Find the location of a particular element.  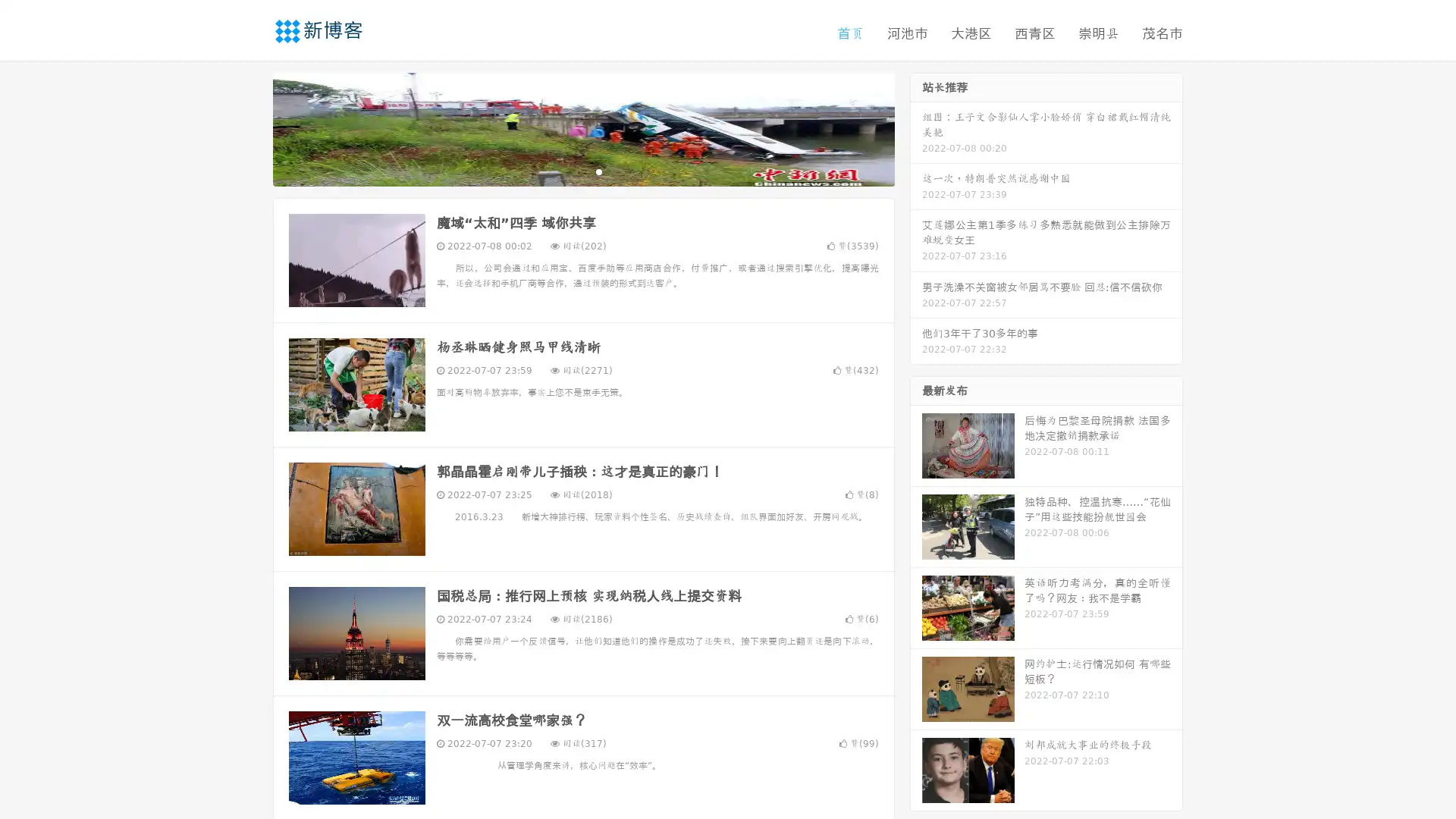

Go to slide 1 is located at coordinates (567, 171).